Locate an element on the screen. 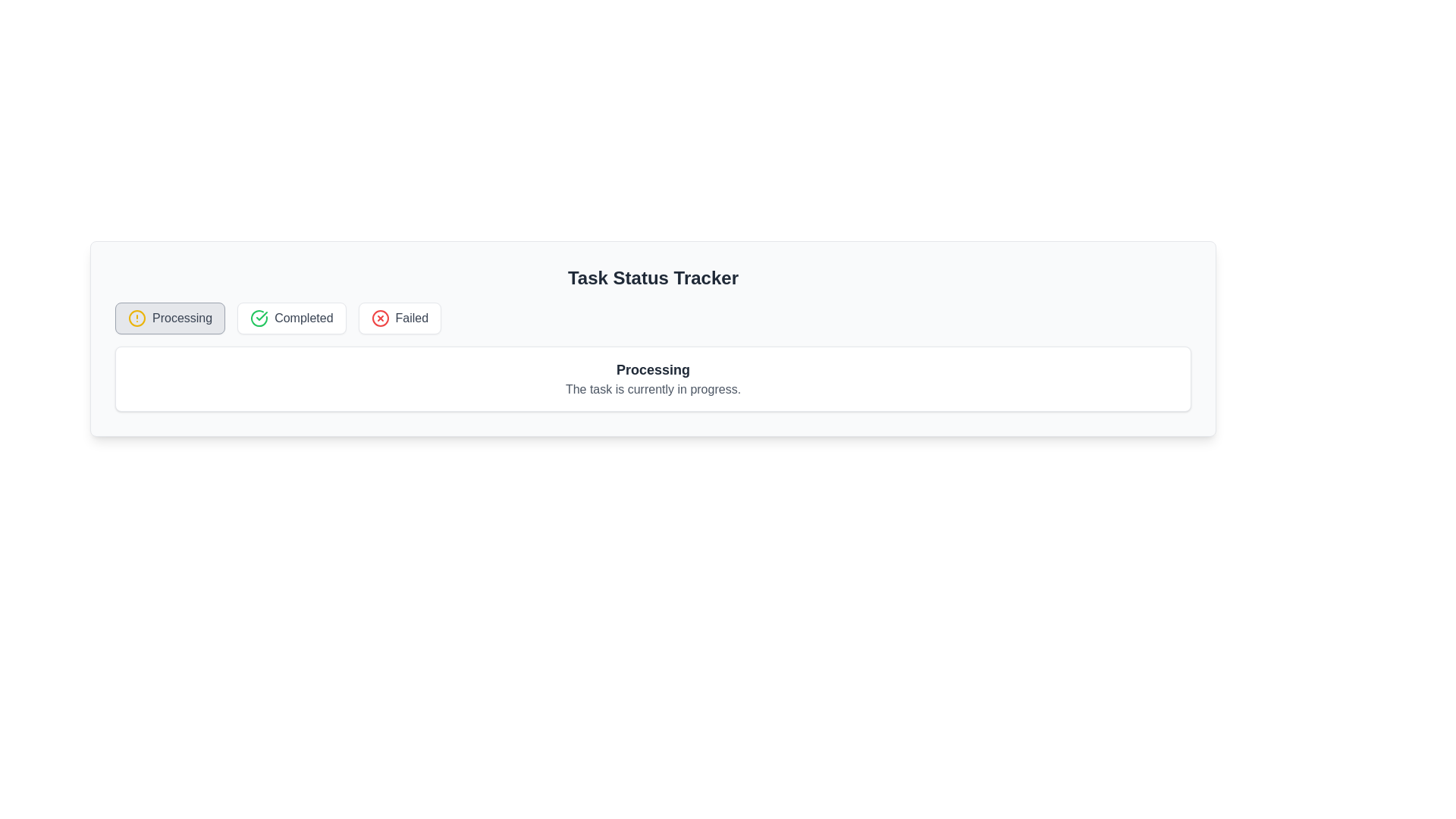 The width and height of the screenshot is (1456, 819). the text label reading 'Processing', which is styled with a medium font weight and gray color, located within a rounded rectangular button-like element is located at coordinates (182, 318).